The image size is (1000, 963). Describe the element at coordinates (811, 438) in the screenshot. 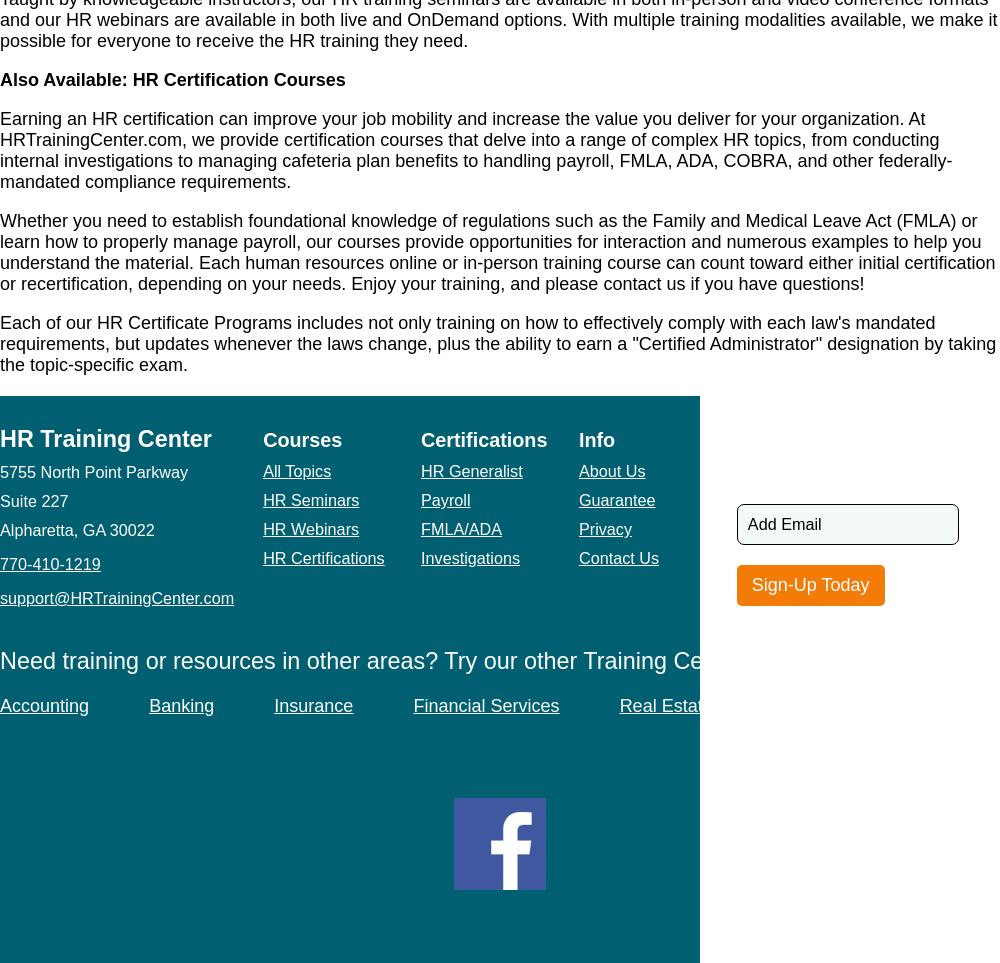

I see `'Stay Up To Date'` at that location.